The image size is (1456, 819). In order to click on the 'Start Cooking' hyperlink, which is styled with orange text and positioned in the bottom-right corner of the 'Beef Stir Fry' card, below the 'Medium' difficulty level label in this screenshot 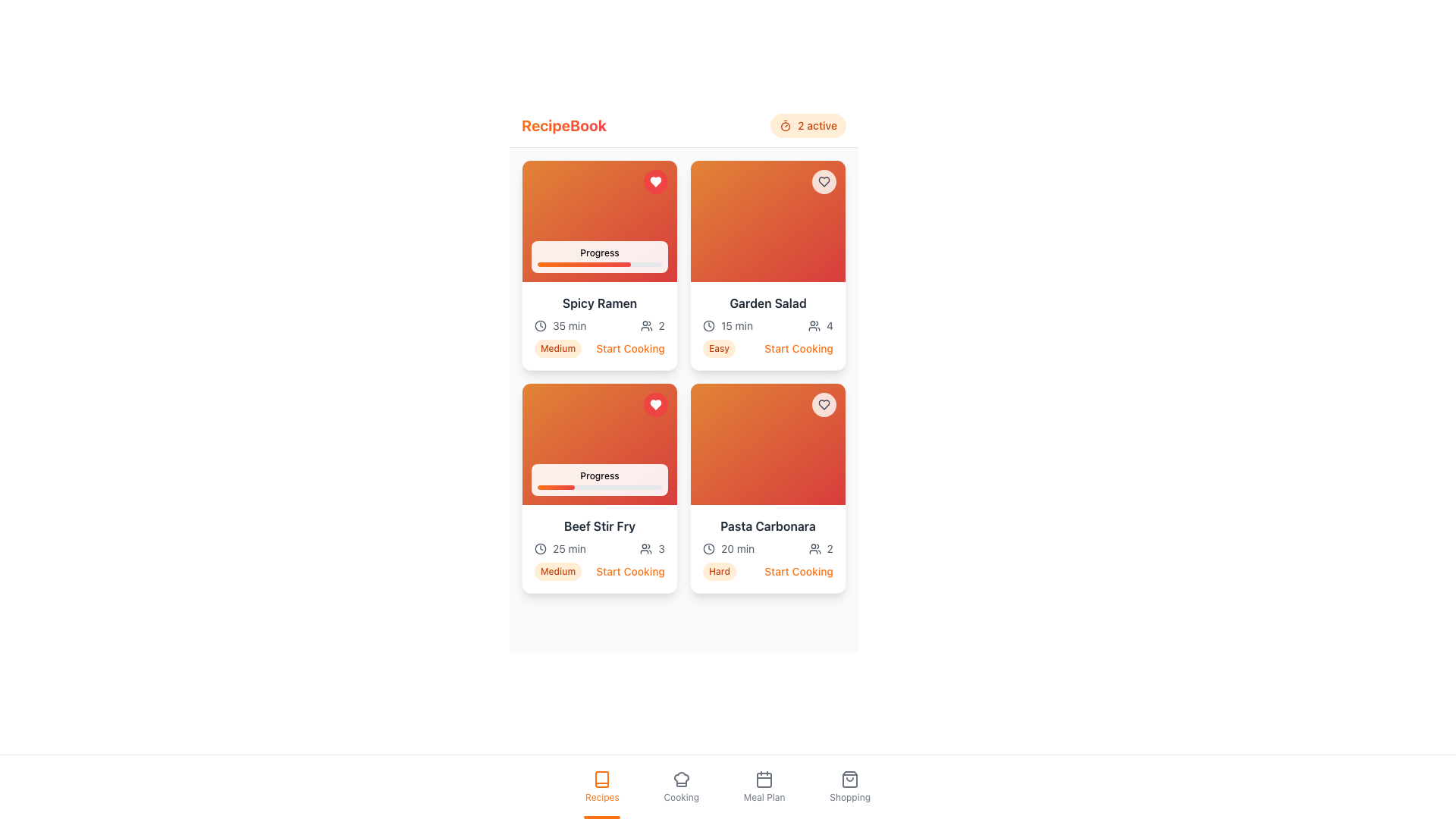, I will do `click(630, 571)`.